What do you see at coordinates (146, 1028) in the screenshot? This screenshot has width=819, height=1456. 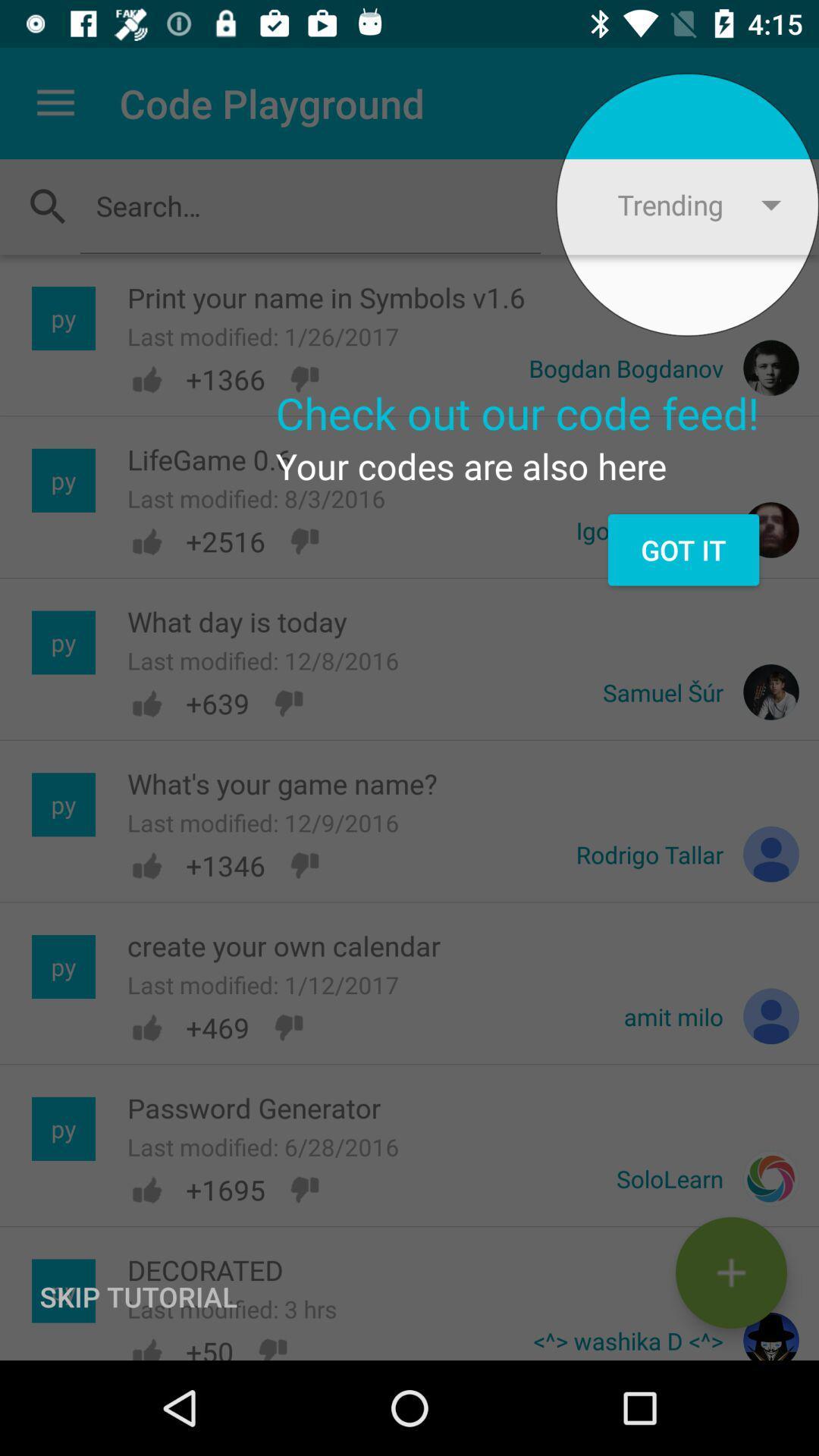 I see `the like button shown left to 469` at bounding box center [146, 1028].